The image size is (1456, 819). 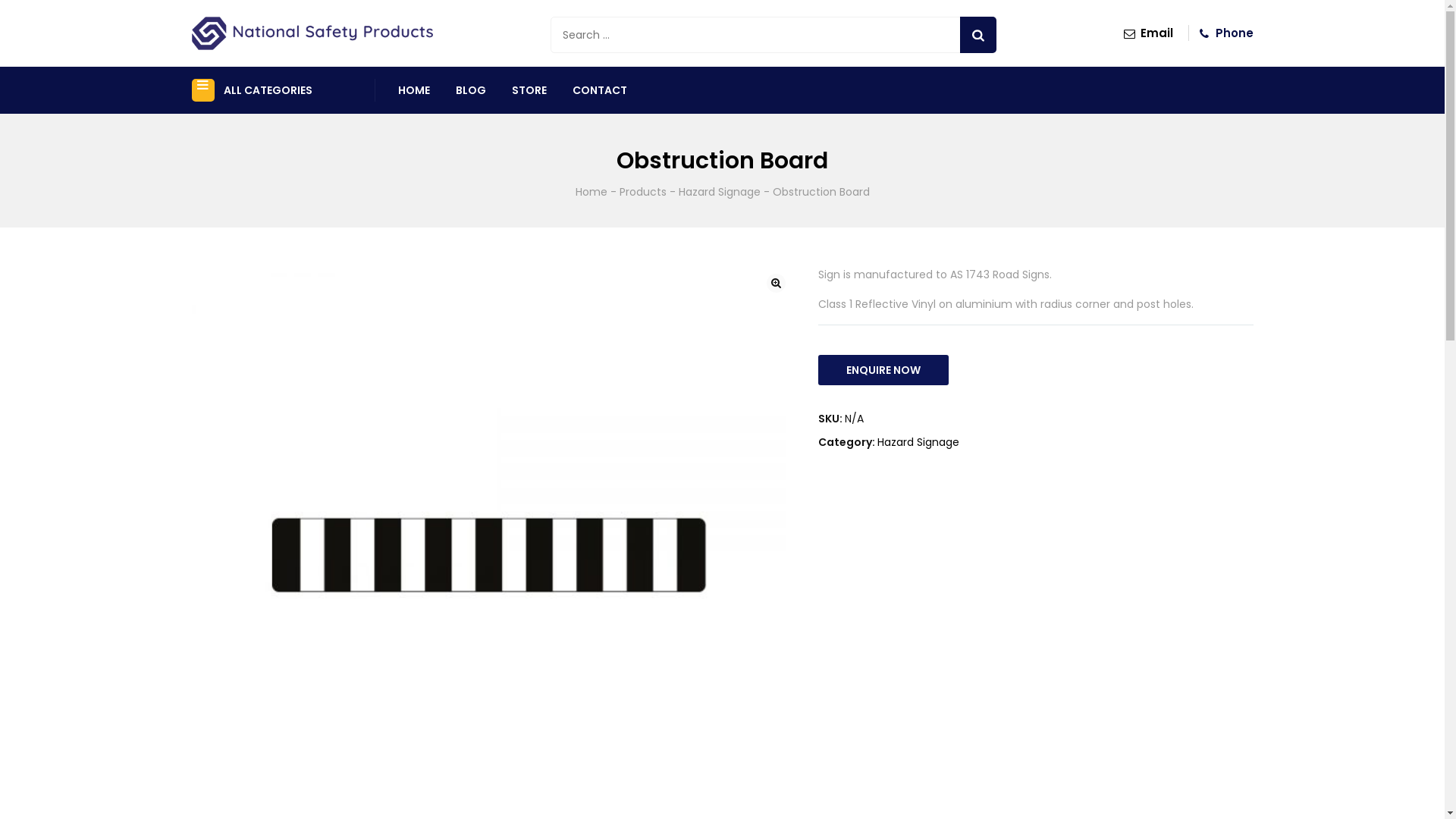 I want to click on 'Hazard Signage', so click(x=916, y=441).